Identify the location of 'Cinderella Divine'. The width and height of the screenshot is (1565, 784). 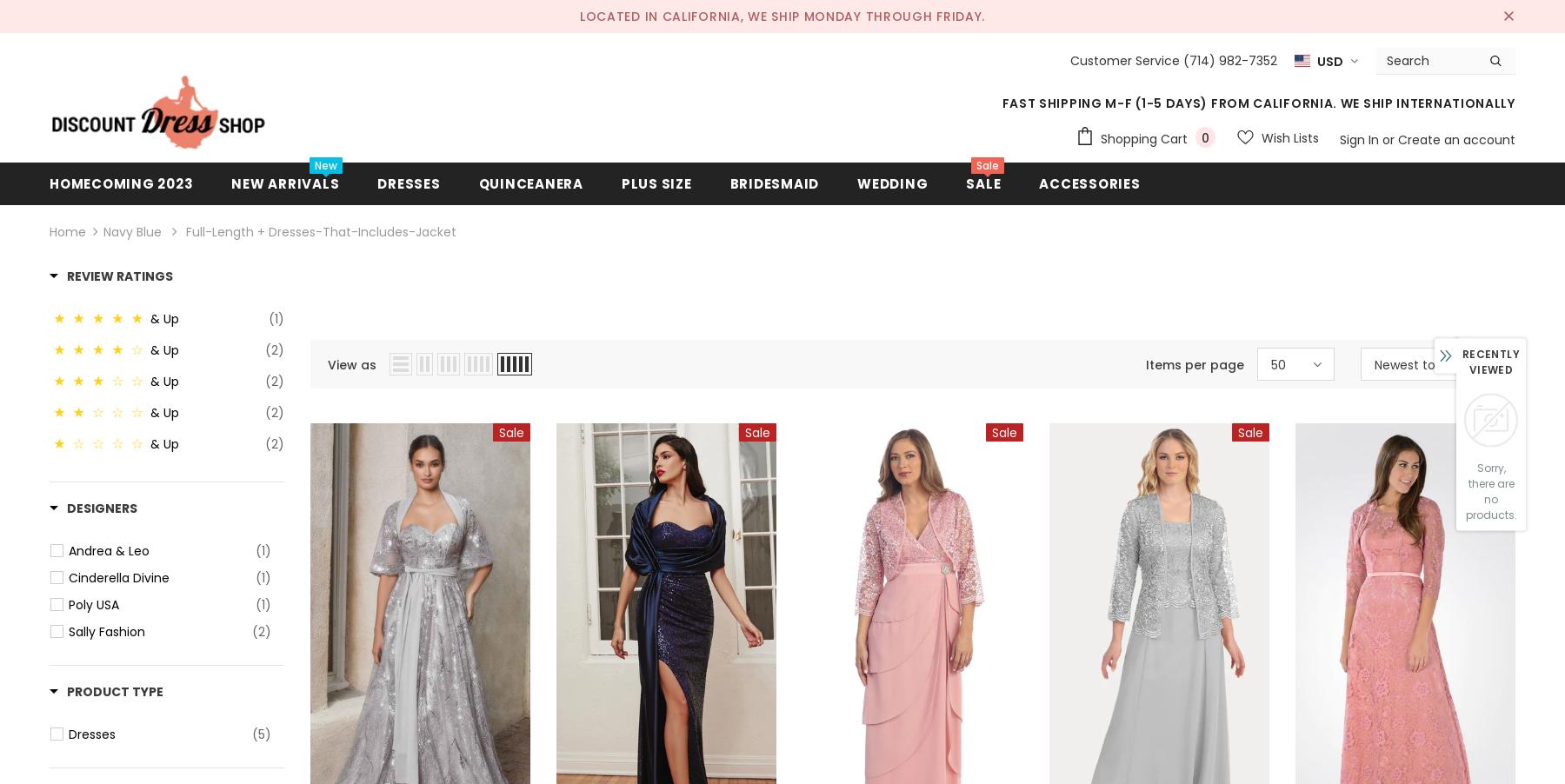
(118, 577).